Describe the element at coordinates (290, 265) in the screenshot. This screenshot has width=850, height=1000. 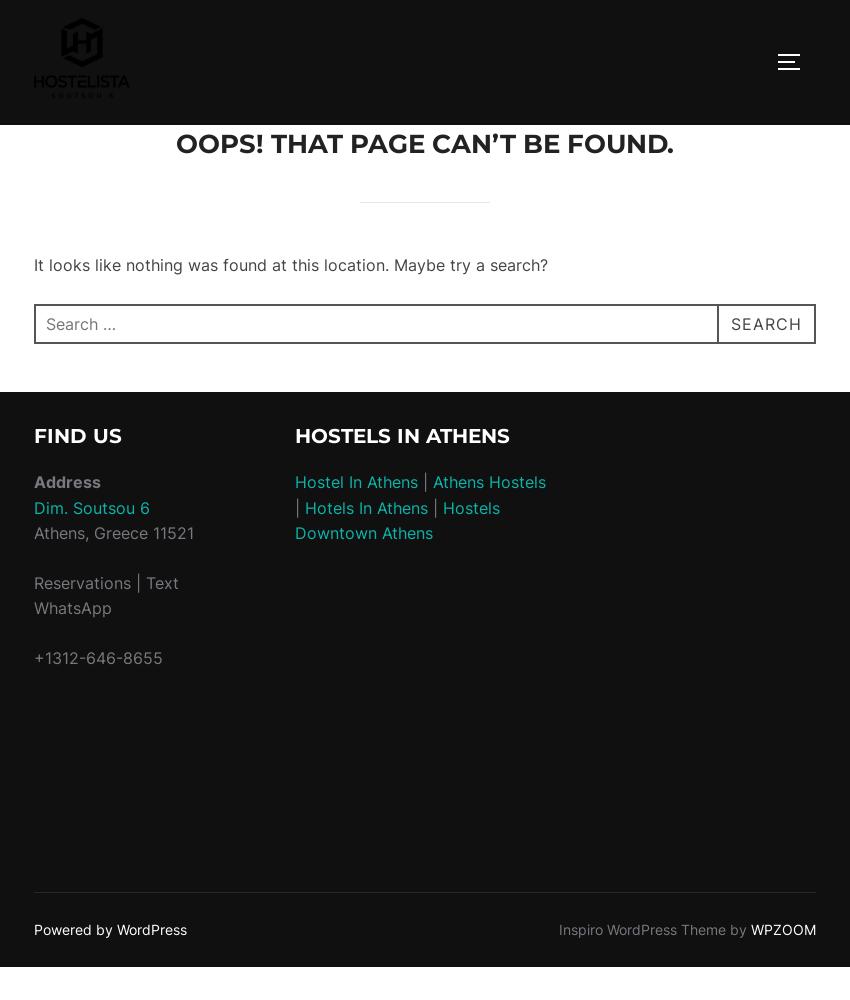
I see `'It looks like nothing was found at this location. Maybe try a search?'` at that location.